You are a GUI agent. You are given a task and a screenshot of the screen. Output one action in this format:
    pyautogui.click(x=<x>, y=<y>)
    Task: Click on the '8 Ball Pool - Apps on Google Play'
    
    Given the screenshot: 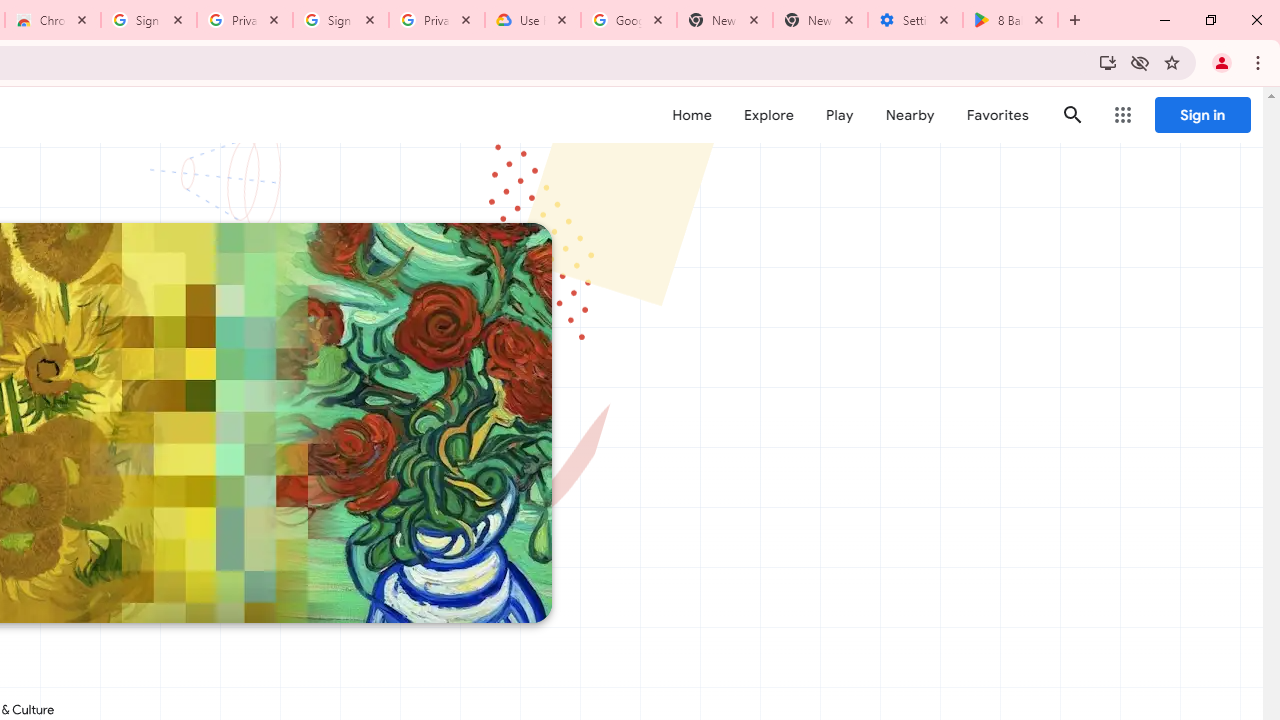 What is the action you would take?
    pyautogui.click(x=1010, y=20)
    